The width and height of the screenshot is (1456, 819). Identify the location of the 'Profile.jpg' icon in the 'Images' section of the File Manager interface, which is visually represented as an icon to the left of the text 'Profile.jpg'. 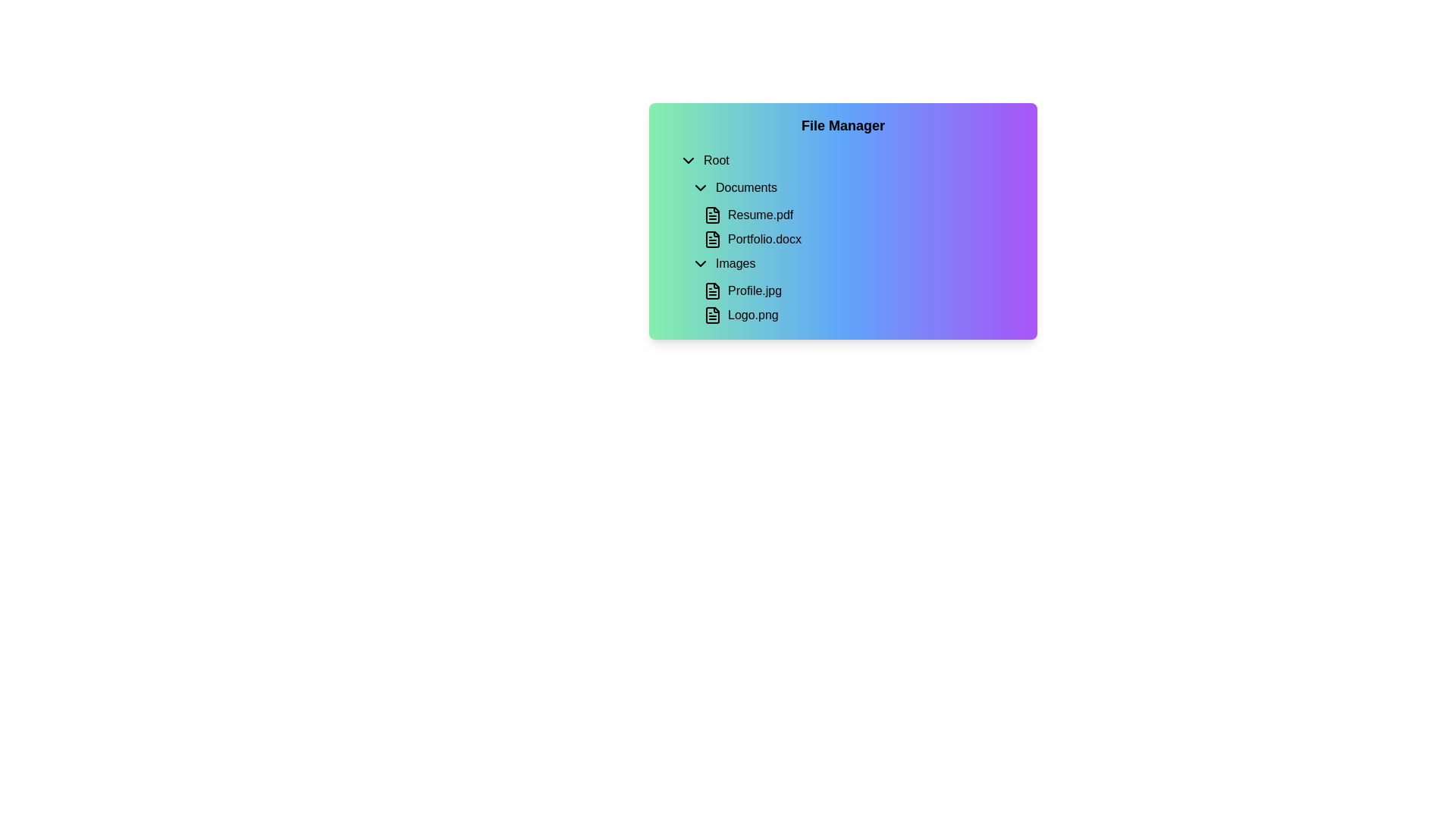
(712, 291).